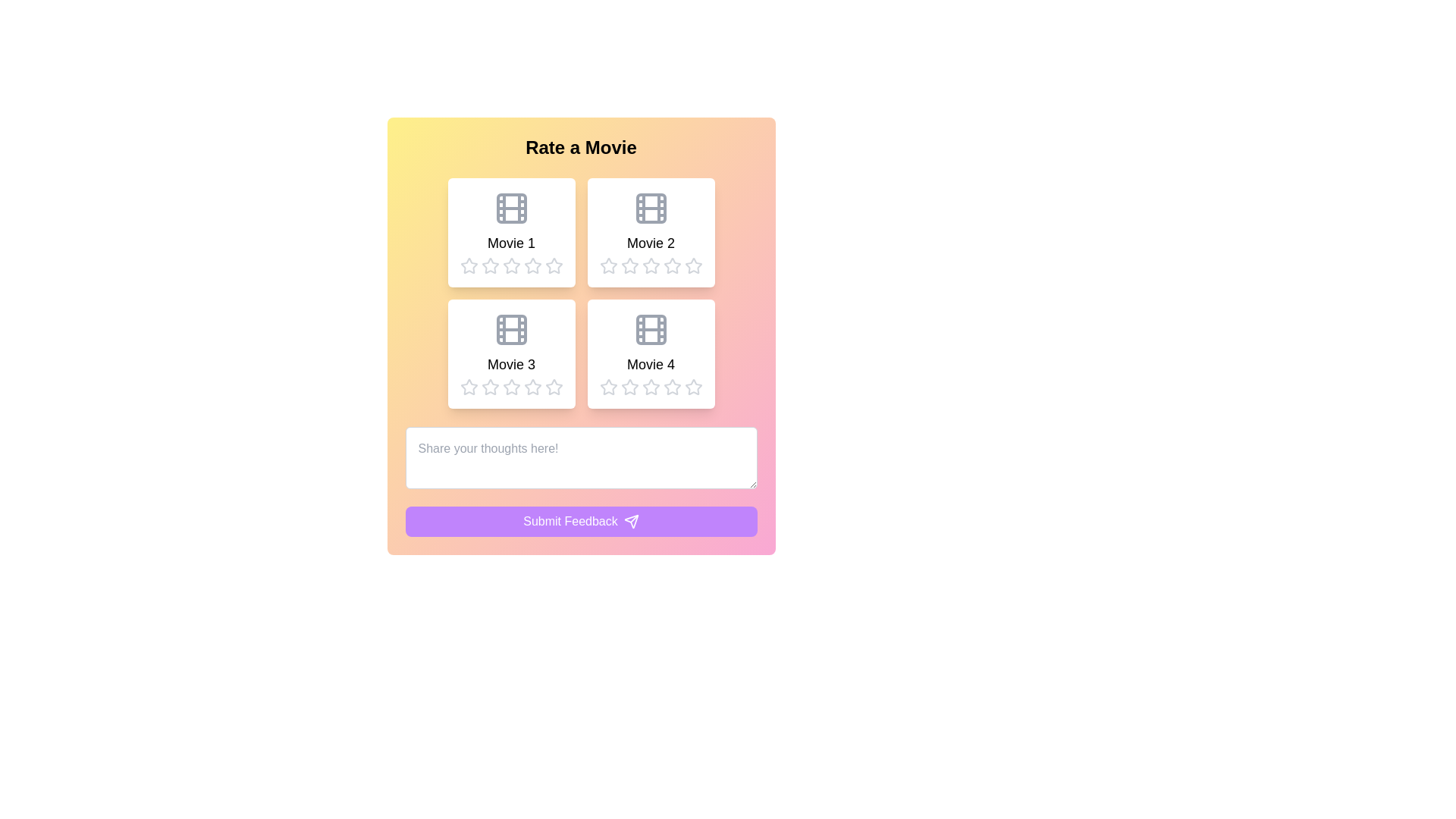 This screenshot has width=1456, height=819. What do you see at coordinates (651, 329) in the screenshot?
I see `the decorative graphic element located centrally within the film reel icon in the fourth card (Movie 4) on the bottom-right side of the movie rating grid` at bounding box center [651, 329].